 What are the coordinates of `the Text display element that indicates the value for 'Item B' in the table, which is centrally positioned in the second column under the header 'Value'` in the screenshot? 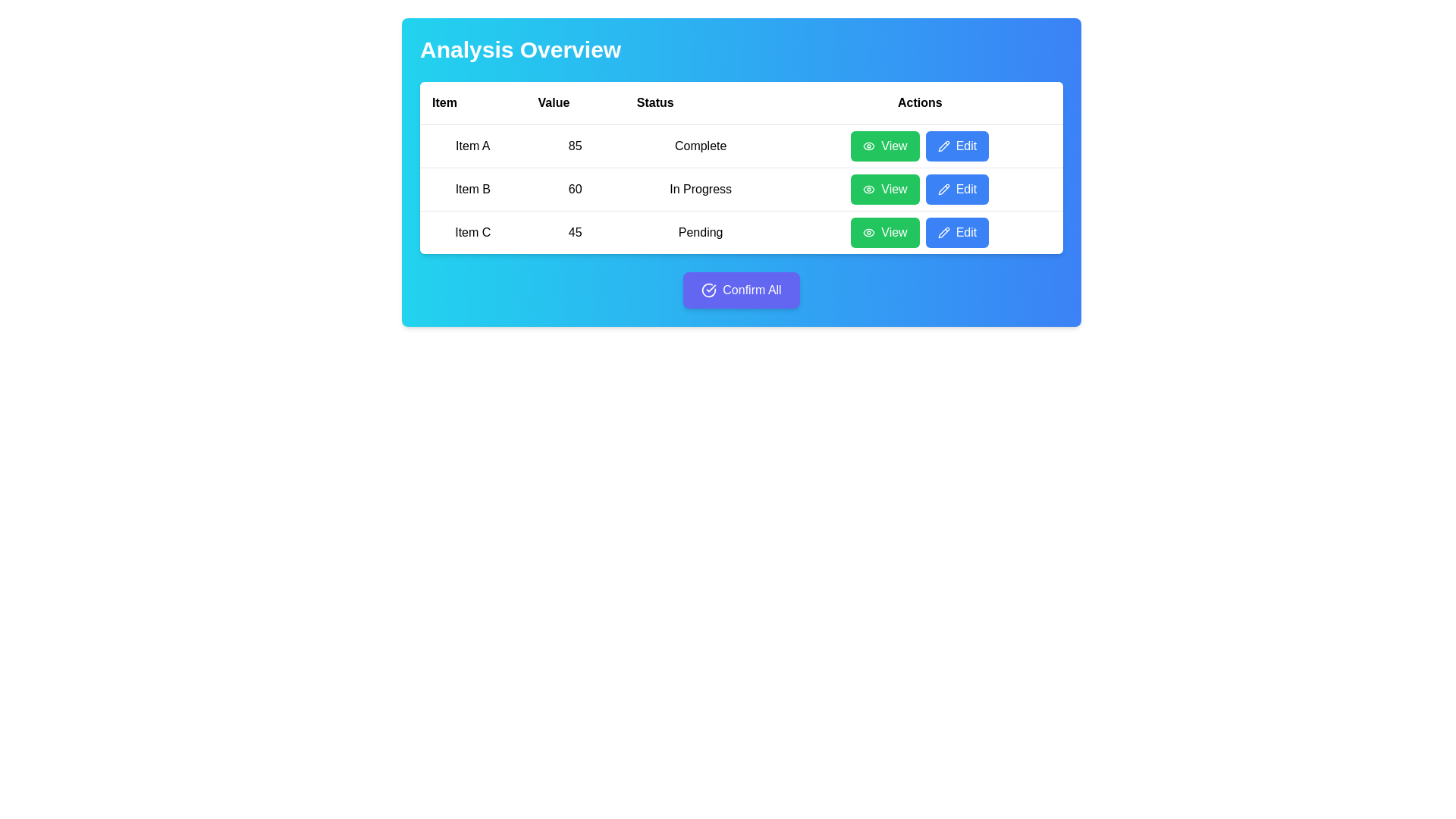 It's located at (574, 189).